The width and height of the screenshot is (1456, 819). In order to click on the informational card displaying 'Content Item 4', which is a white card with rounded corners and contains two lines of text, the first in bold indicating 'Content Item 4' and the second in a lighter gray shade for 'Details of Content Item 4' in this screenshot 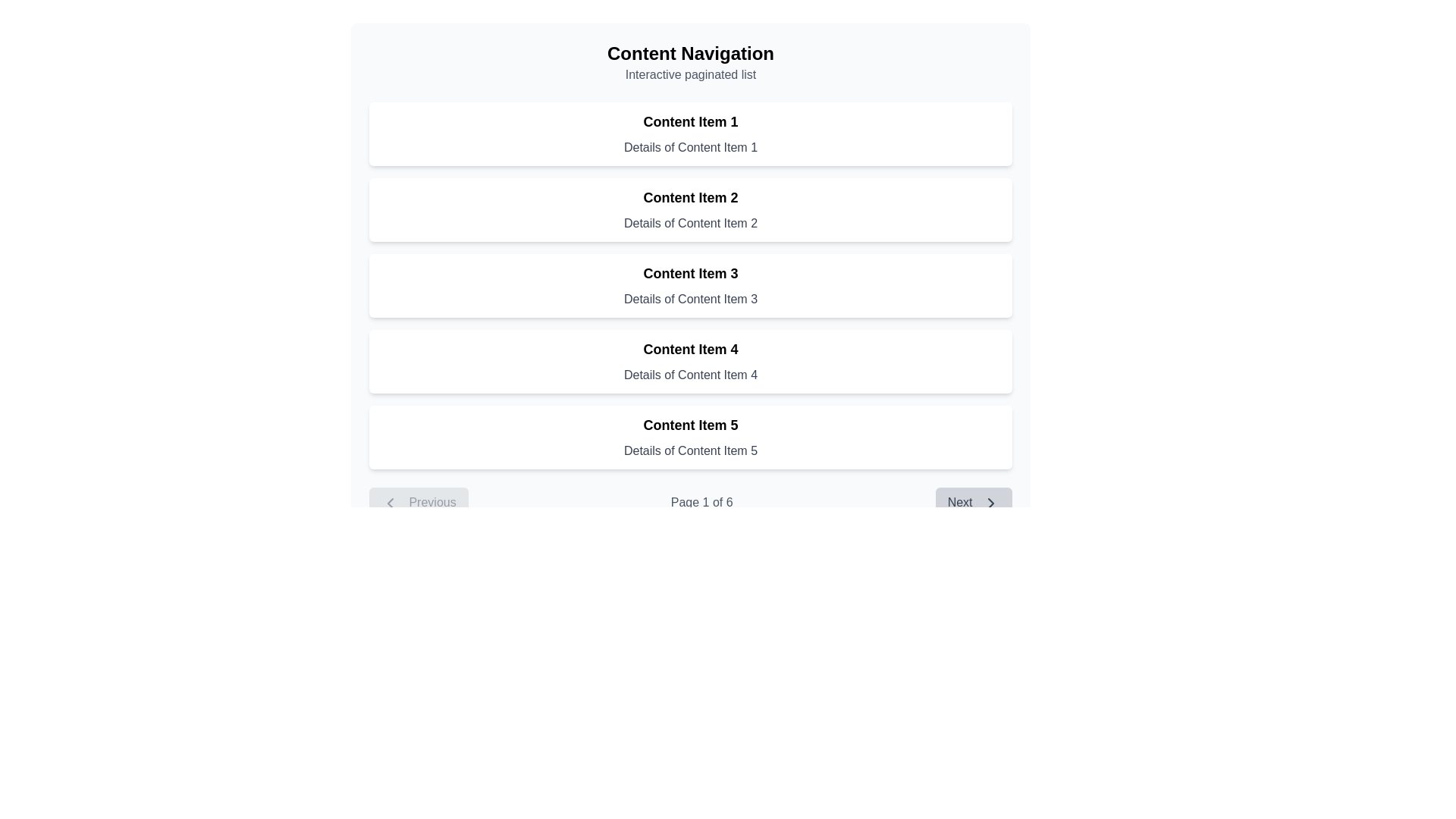, I will do `click(690, 362)`.